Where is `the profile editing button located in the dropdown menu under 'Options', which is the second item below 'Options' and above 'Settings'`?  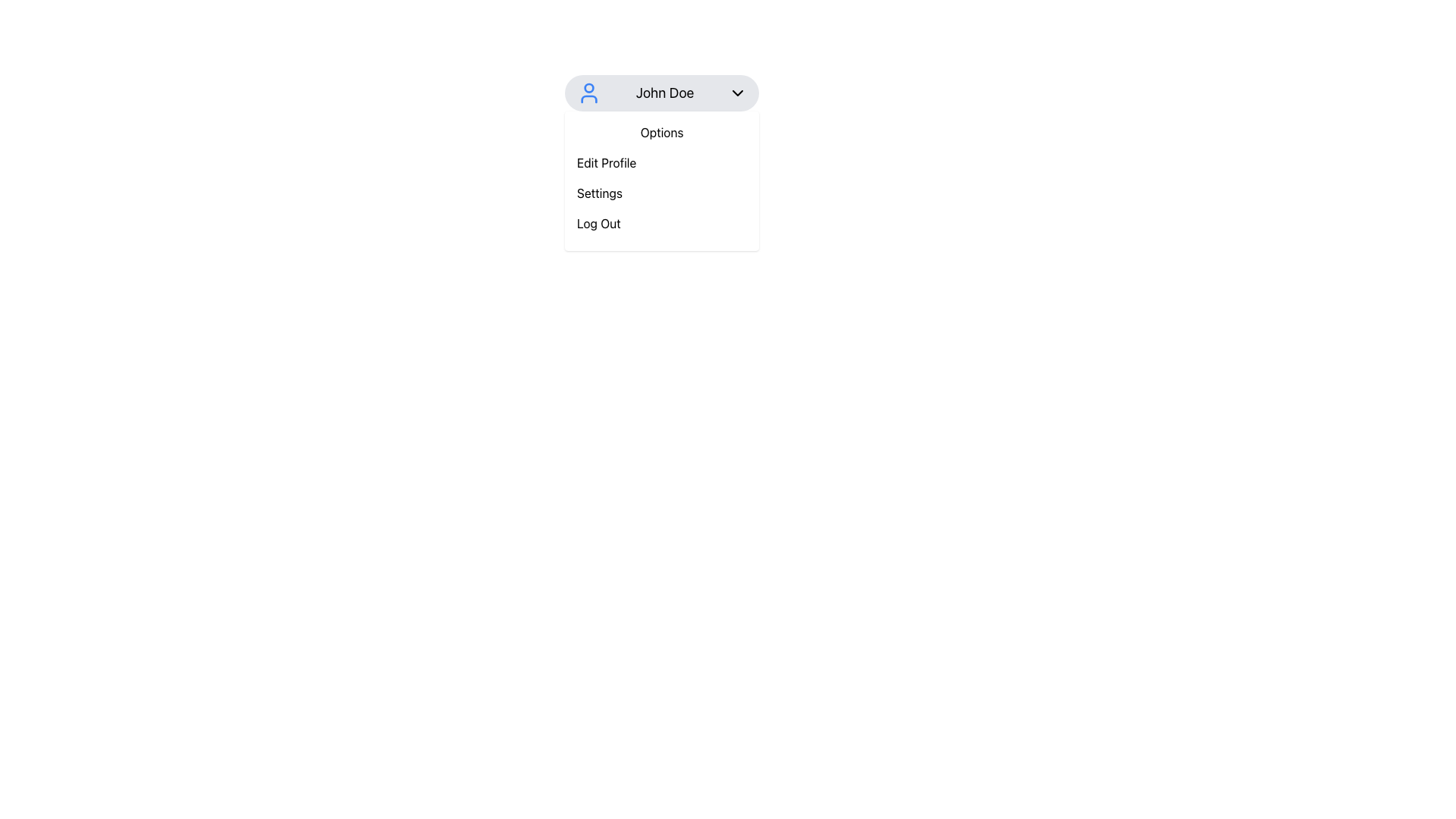 the profile editing button located in the dropdown menu under 'Options', which is the second item below 'Options' and above 'Settings' is located at coordinates (662, 163).